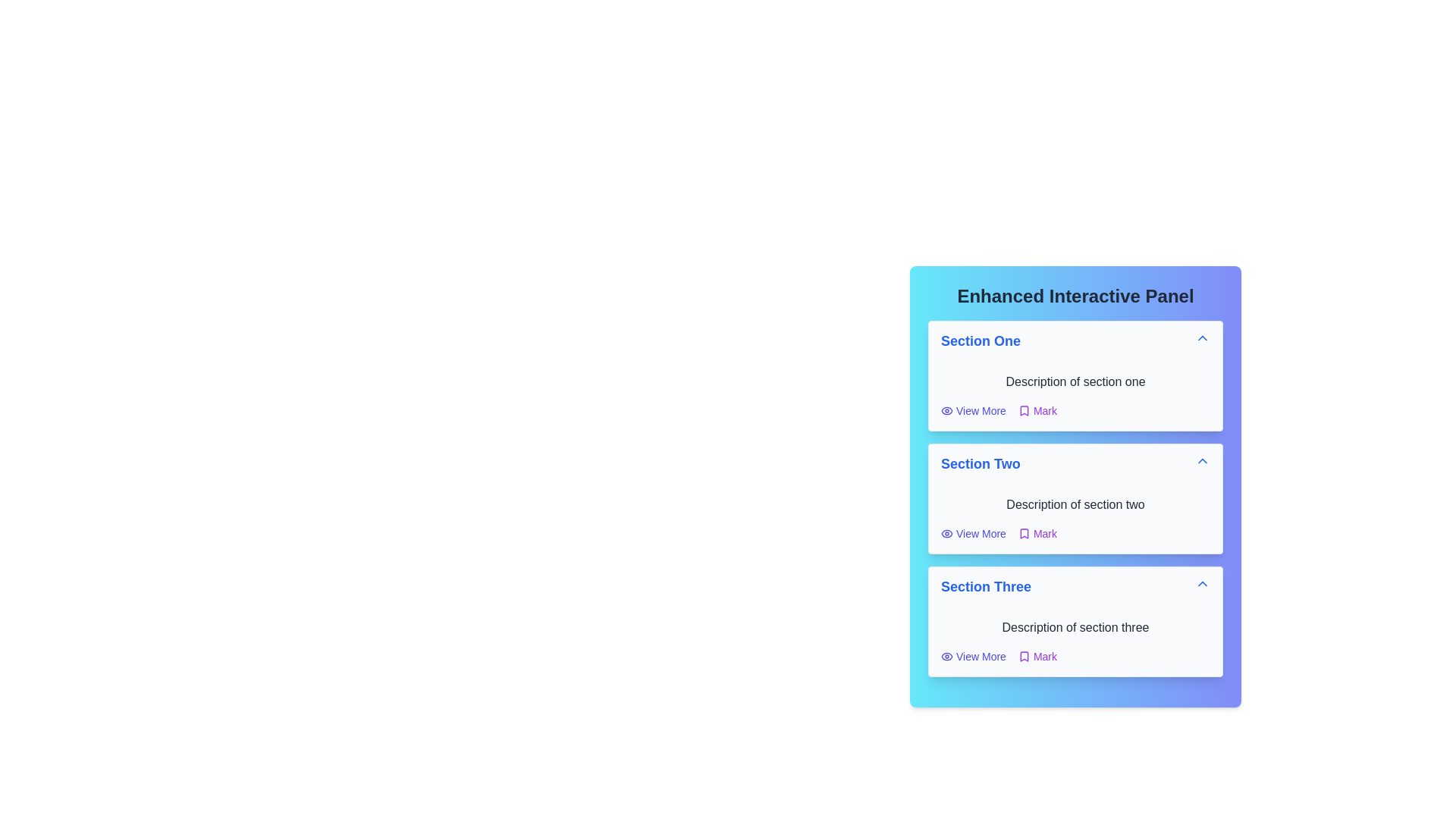  What do you see at coordinates (1037, 411) in the screenshot?
I see `the 'Mark' button-like interactive text label with a purple bookmark icon` at bounding box center [1037, 411].